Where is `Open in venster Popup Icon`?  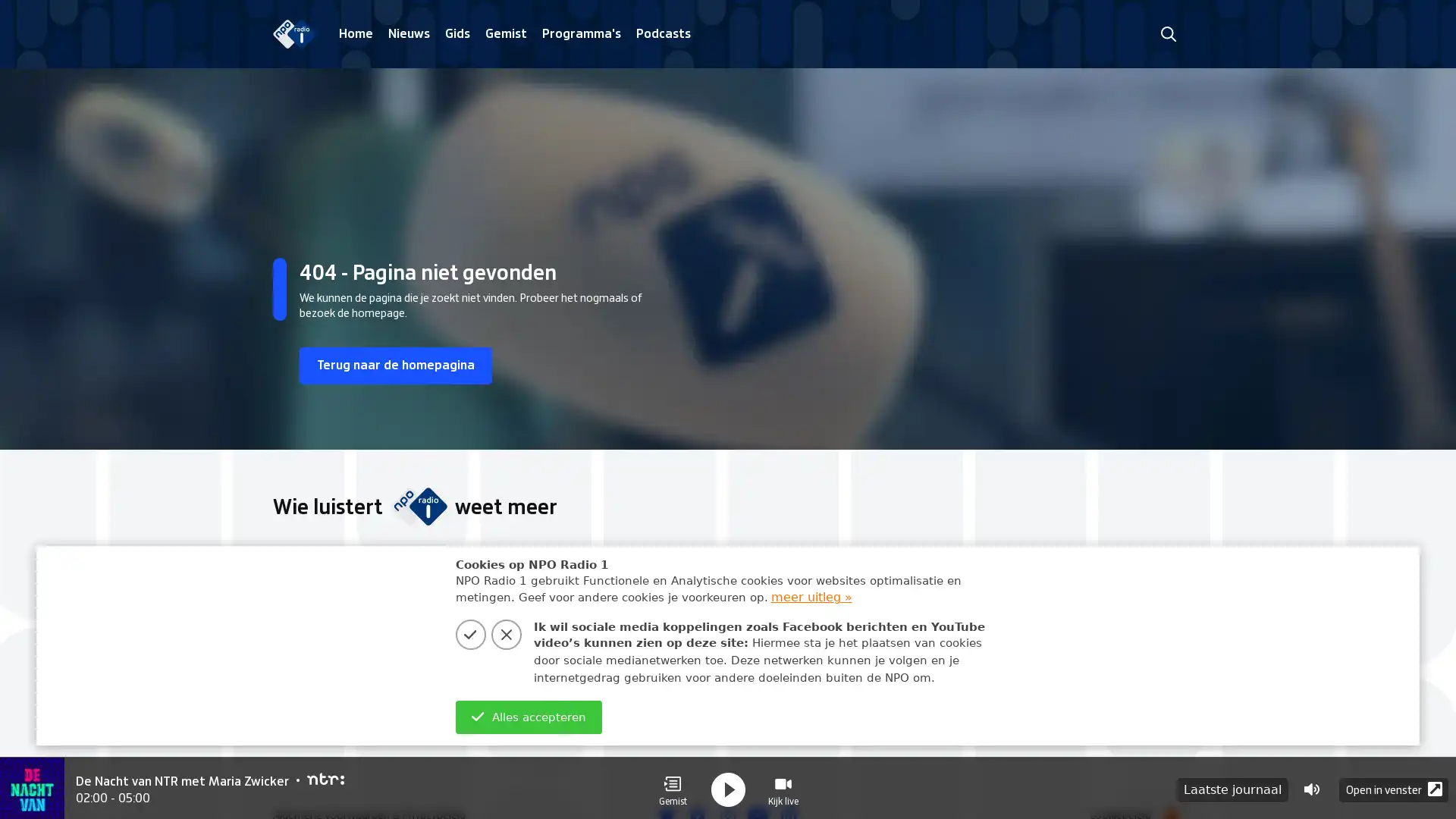
Open in venster Popup Icon is located at coordinates (1394, 786).